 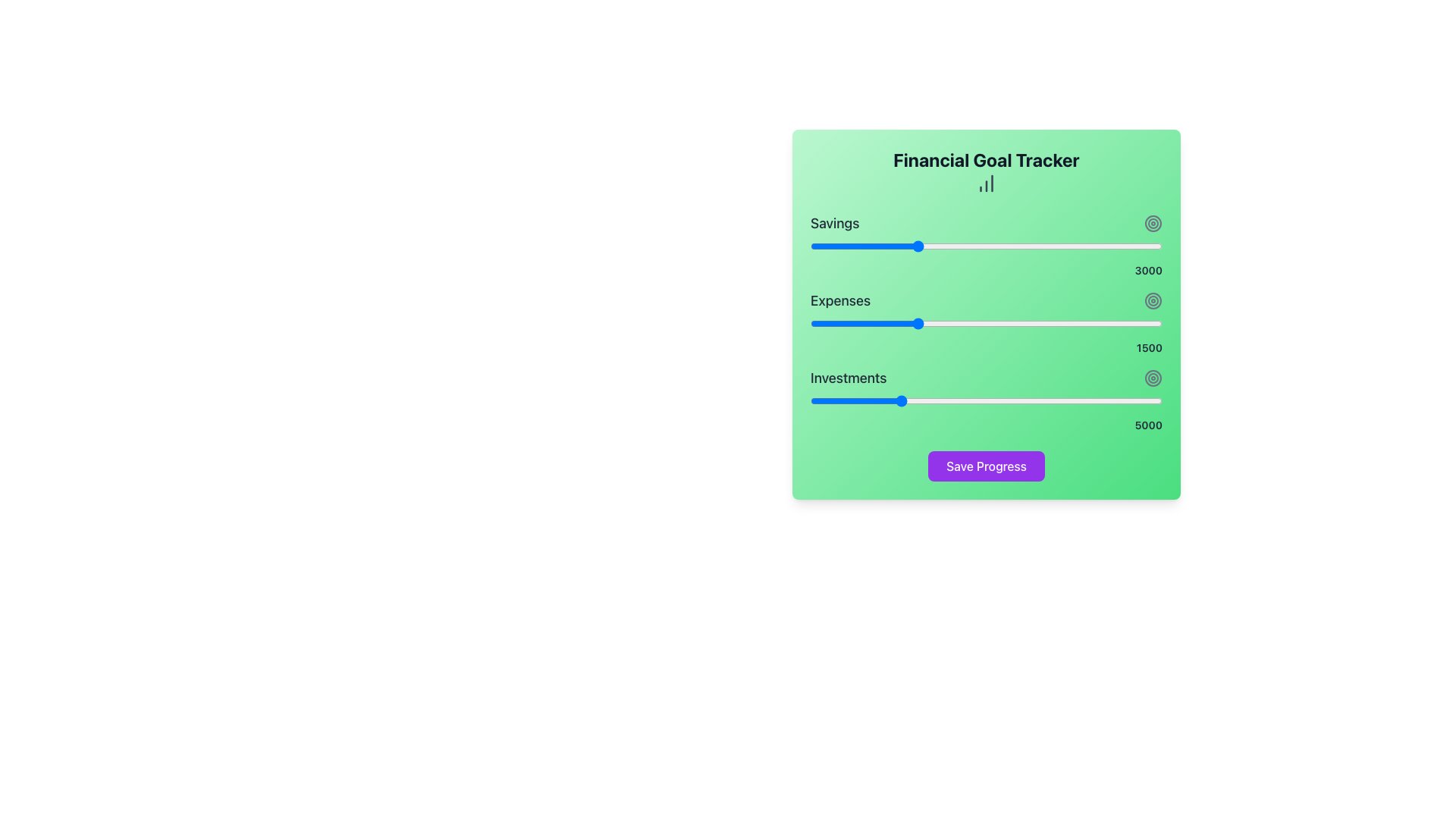 I want to click on the Header titled 'Financial Goal Tracker' which features a bar graph icon, located at the top of the green gradient background widget, so click(x=986, y=171).